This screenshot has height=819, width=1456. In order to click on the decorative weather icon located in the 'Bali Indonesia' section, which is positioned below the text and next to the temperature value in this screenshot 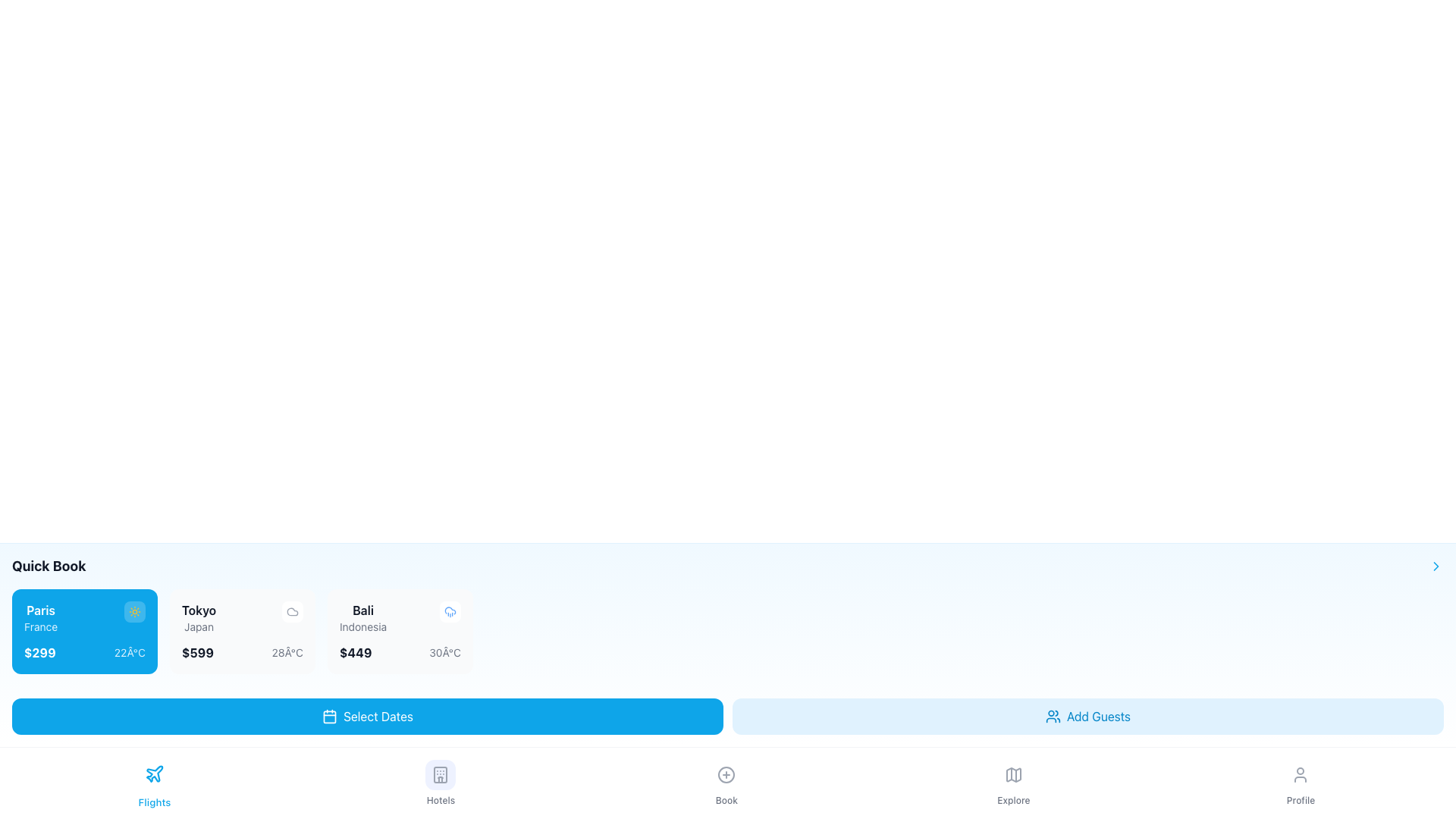, I will do `click(292, 610)`.